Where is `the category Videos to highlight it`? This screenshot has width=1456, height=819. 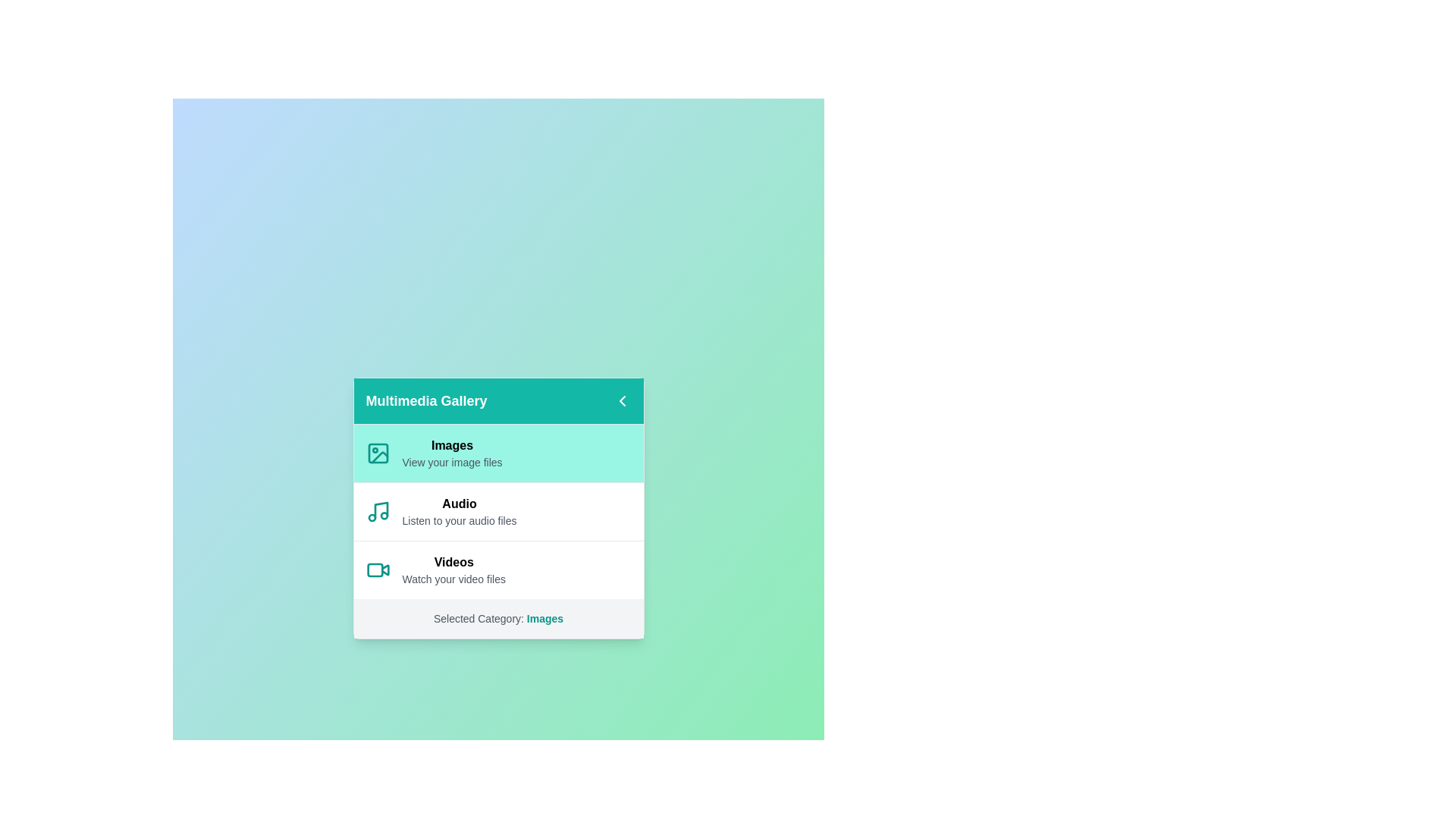 the category Videos to highlight it is located at coordinates (498, 570).